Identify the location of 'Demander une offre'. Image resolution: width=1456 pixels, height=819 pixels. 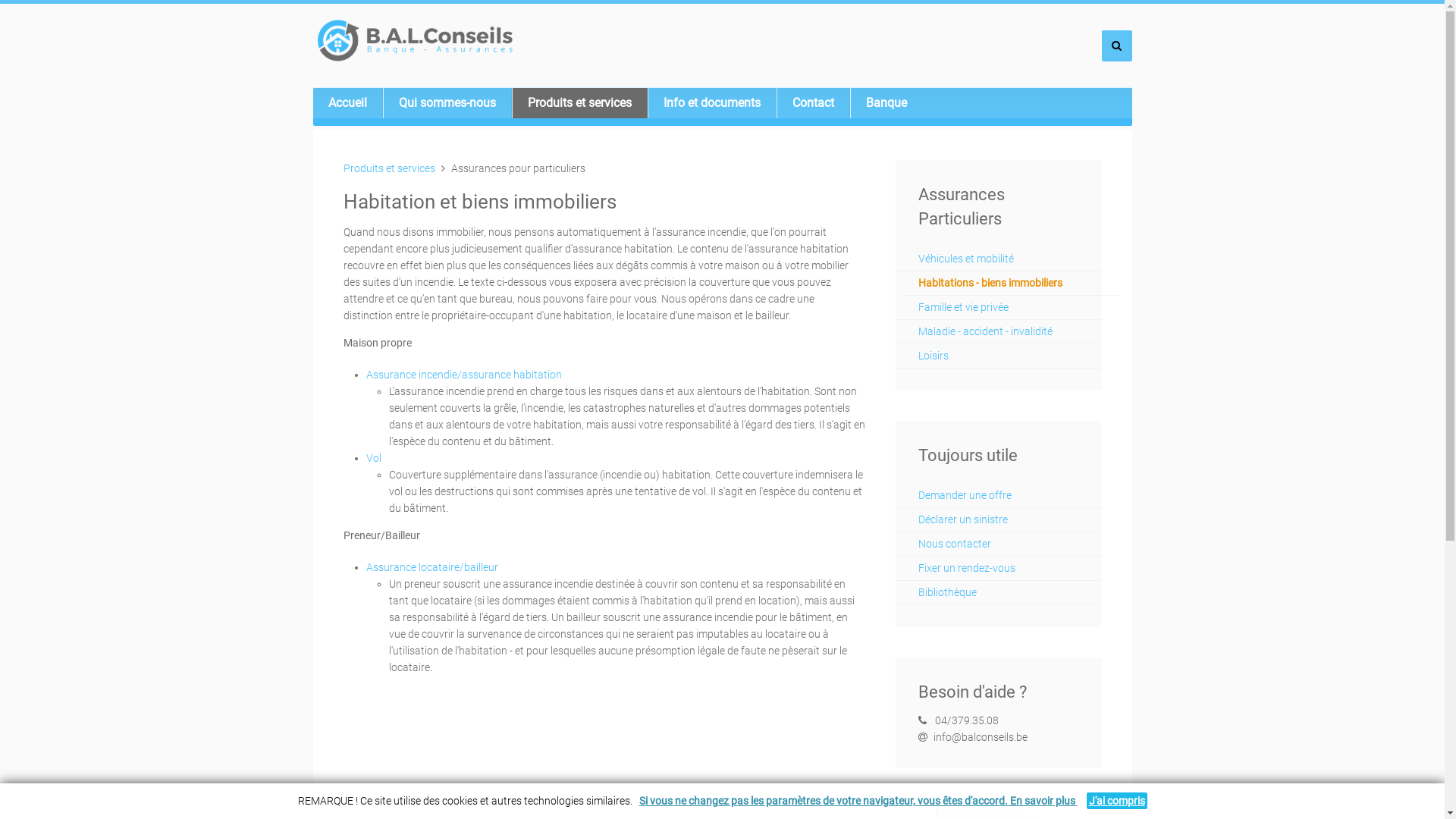
(997, 494).